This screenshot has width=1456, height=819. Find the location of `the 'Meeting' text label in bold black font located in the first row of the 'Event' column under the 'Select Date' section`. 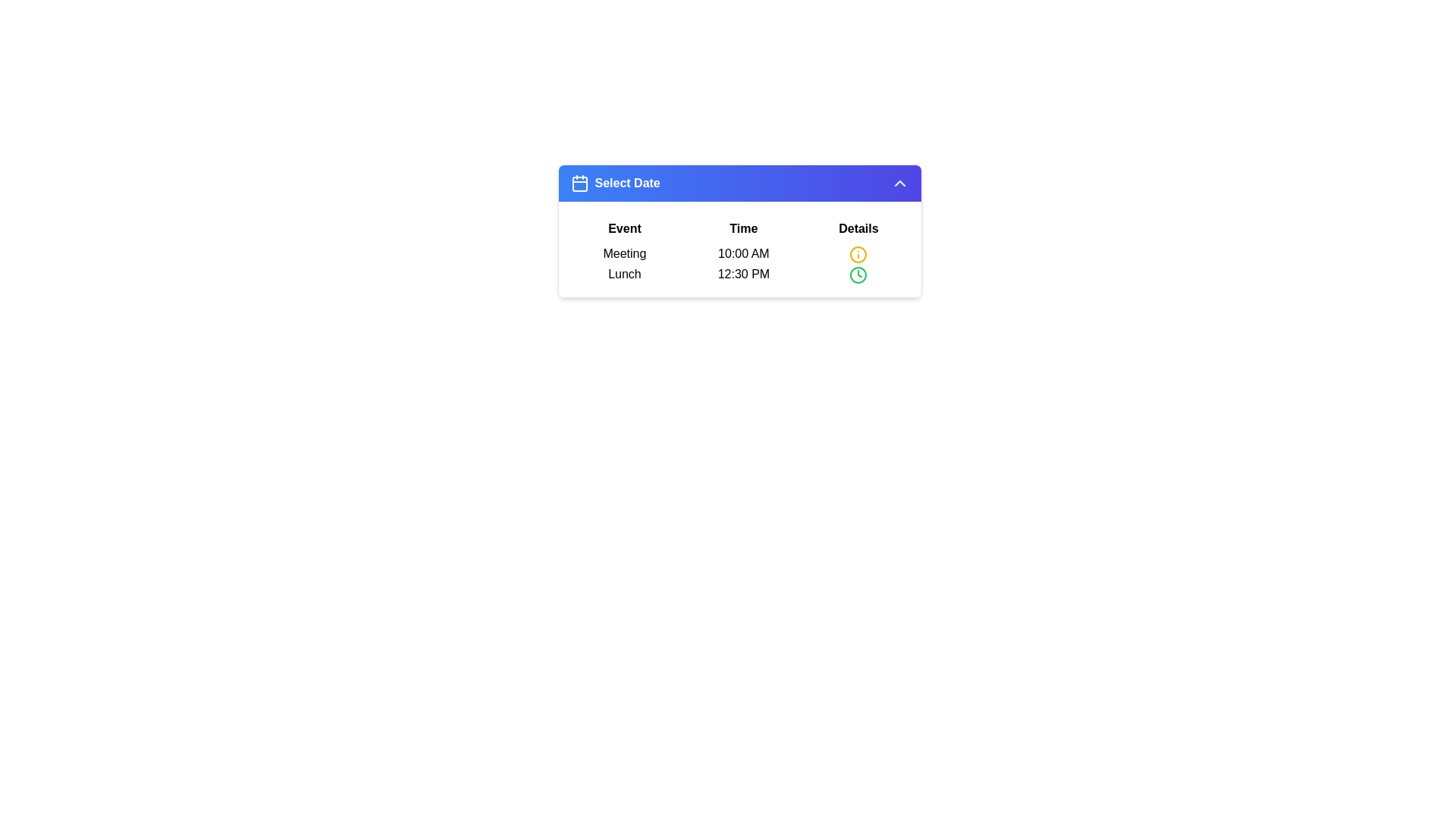

the 'Meeting' text label in bold black font located in the first row of the 'Event' column under the 'Select Date' section is located at coordinates (624, 253).